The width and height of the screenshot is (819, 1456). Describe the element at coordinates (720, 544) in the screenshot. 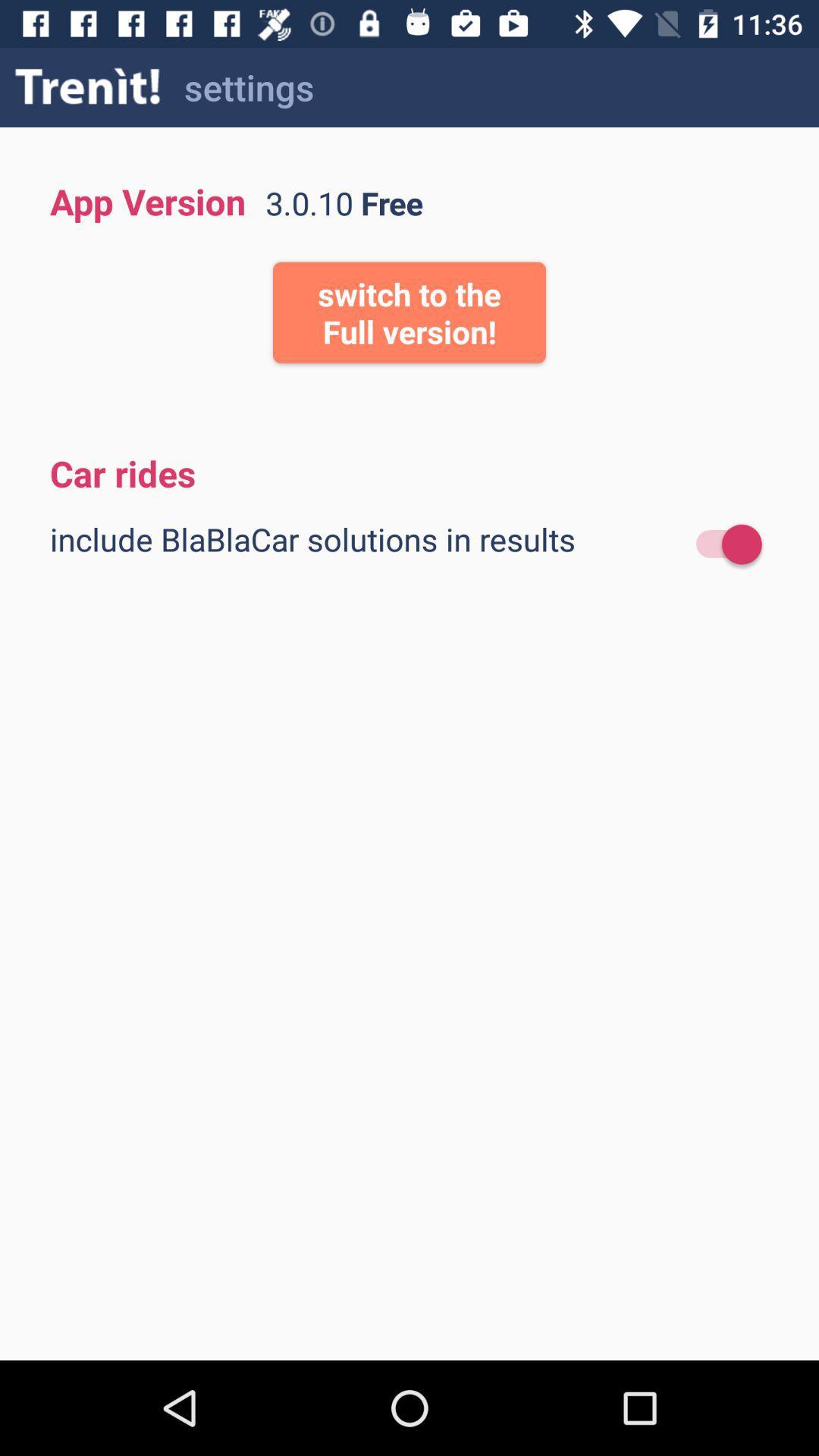

I see `switch to filter` at that location.